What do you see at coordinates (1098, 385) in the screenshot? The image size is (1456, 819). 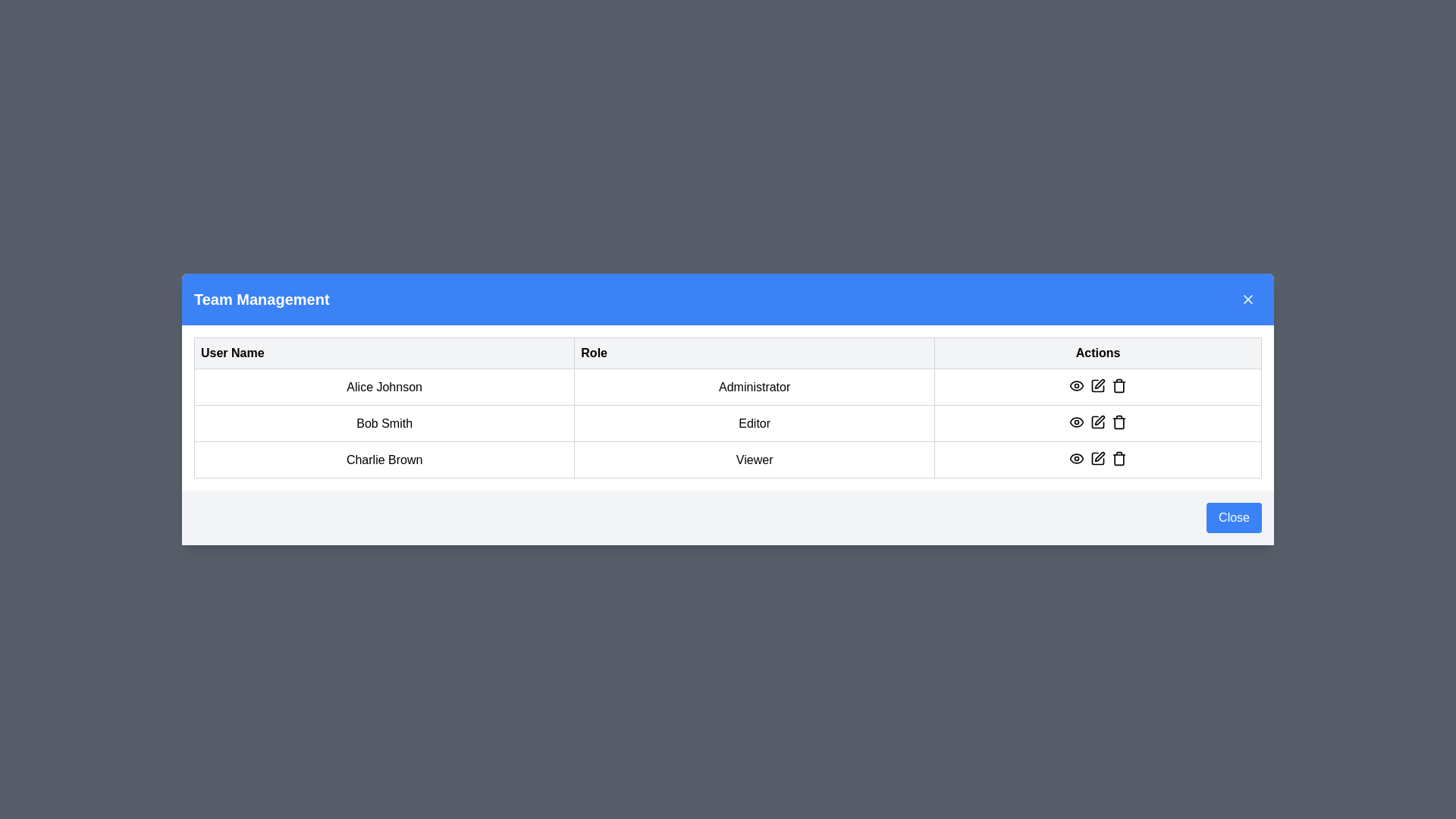 I see `the icon button represented by a pen or pencil in the 'Actions' column of the first row for user 'Alice Johnson'` at bounding box center [1098, 385].